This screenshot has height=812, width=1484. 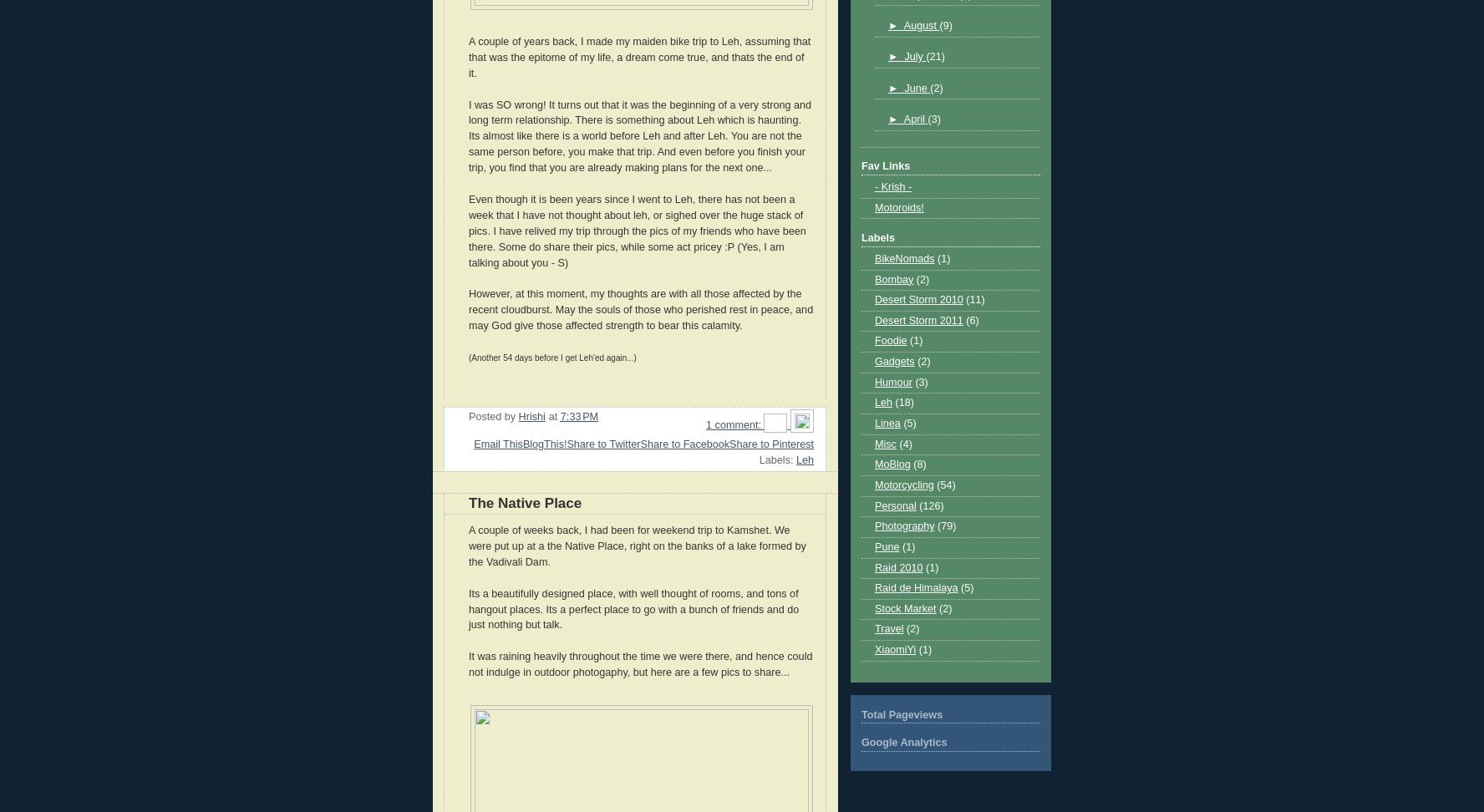 I want to click on 'Personal', so click(x=894, y=504).